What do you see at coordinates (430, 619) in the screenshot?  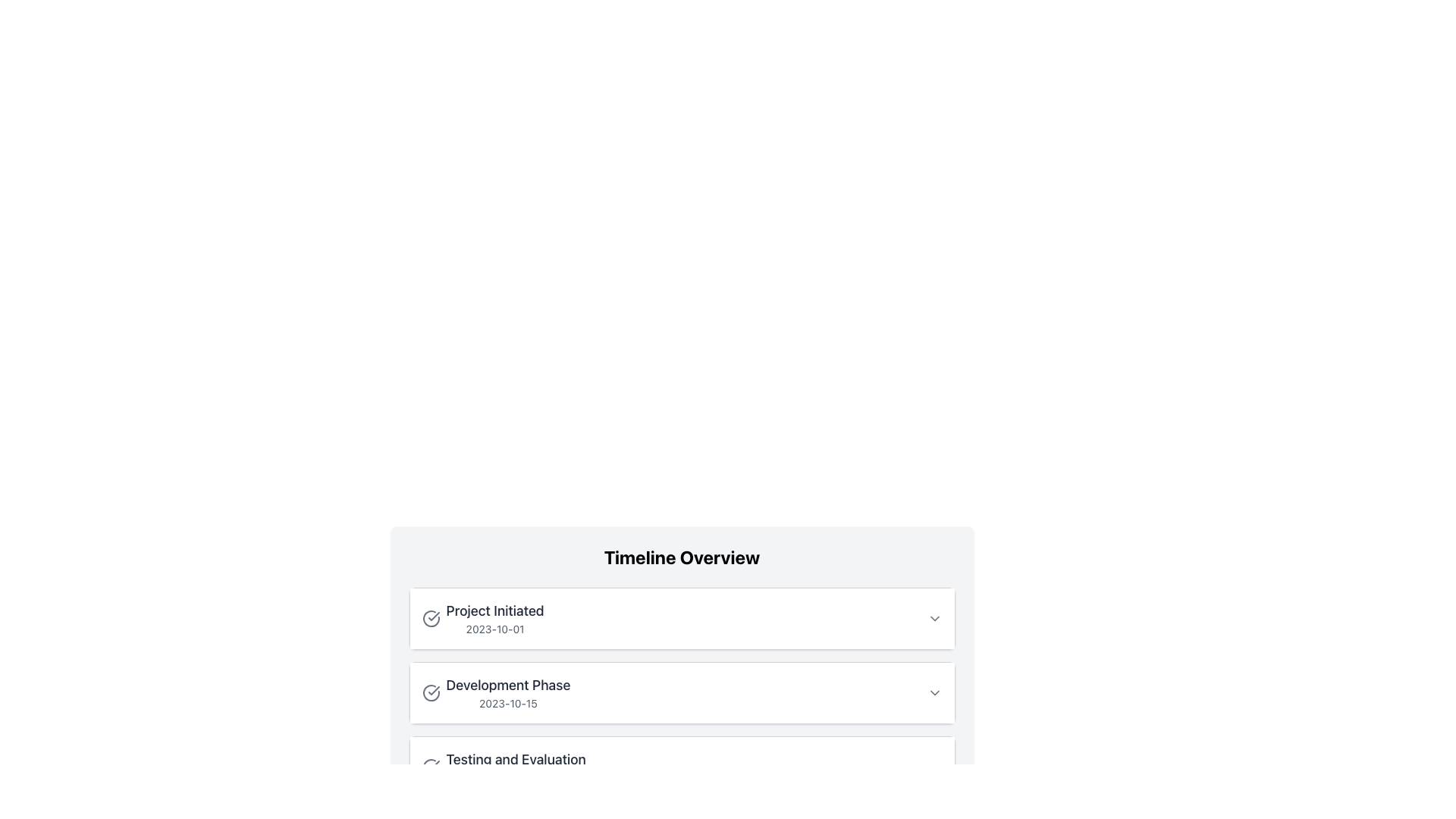 I see `the leftmost circular outline of the SVG graphical element within the timeline entry labeled 'Project Initiated' dated '2023-10-01'` at bounding box center [430, 619].